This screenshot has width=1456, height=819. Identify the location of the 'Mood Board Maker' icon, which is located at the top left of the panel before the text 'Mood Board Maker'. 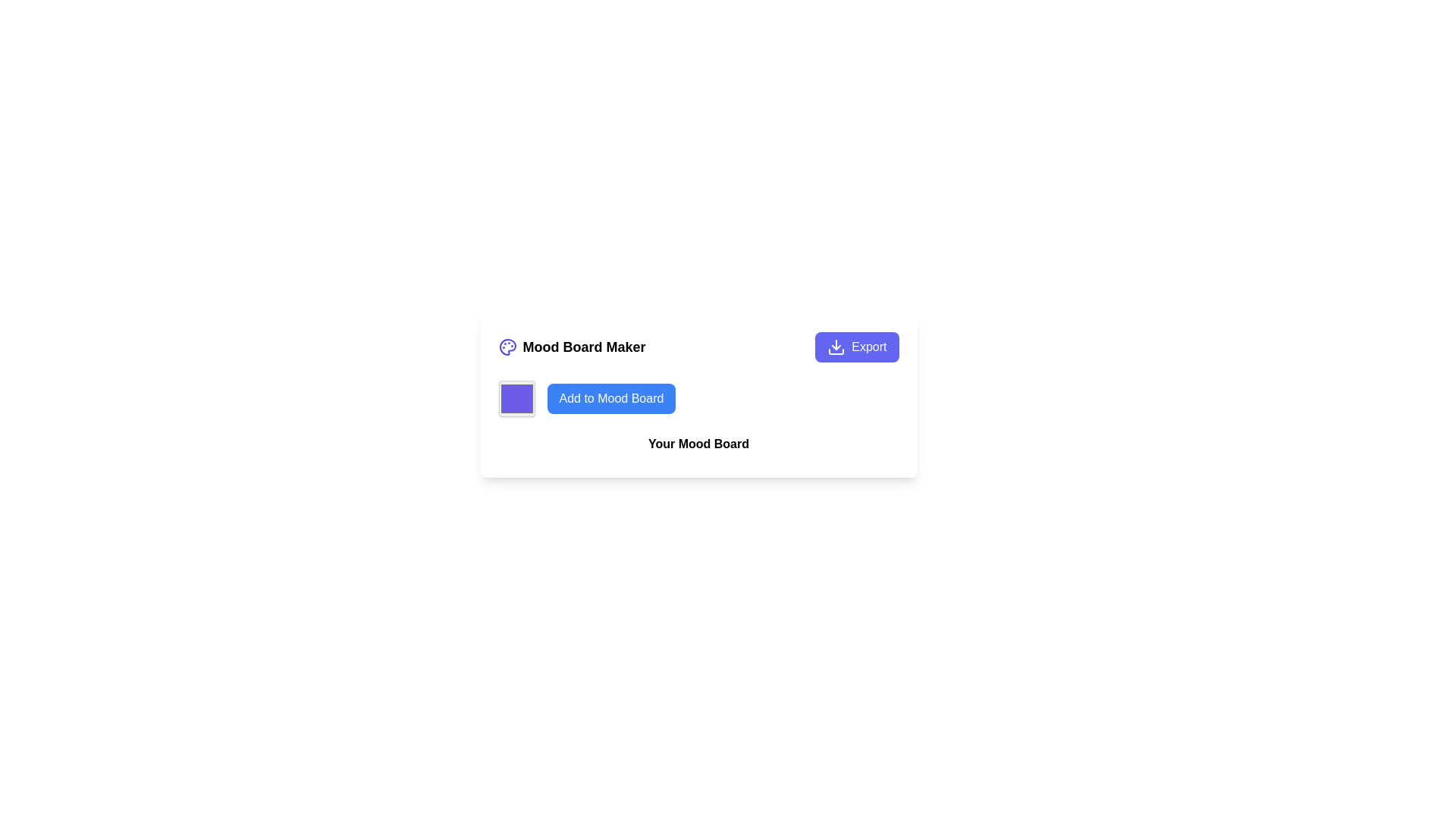
(507, 347).